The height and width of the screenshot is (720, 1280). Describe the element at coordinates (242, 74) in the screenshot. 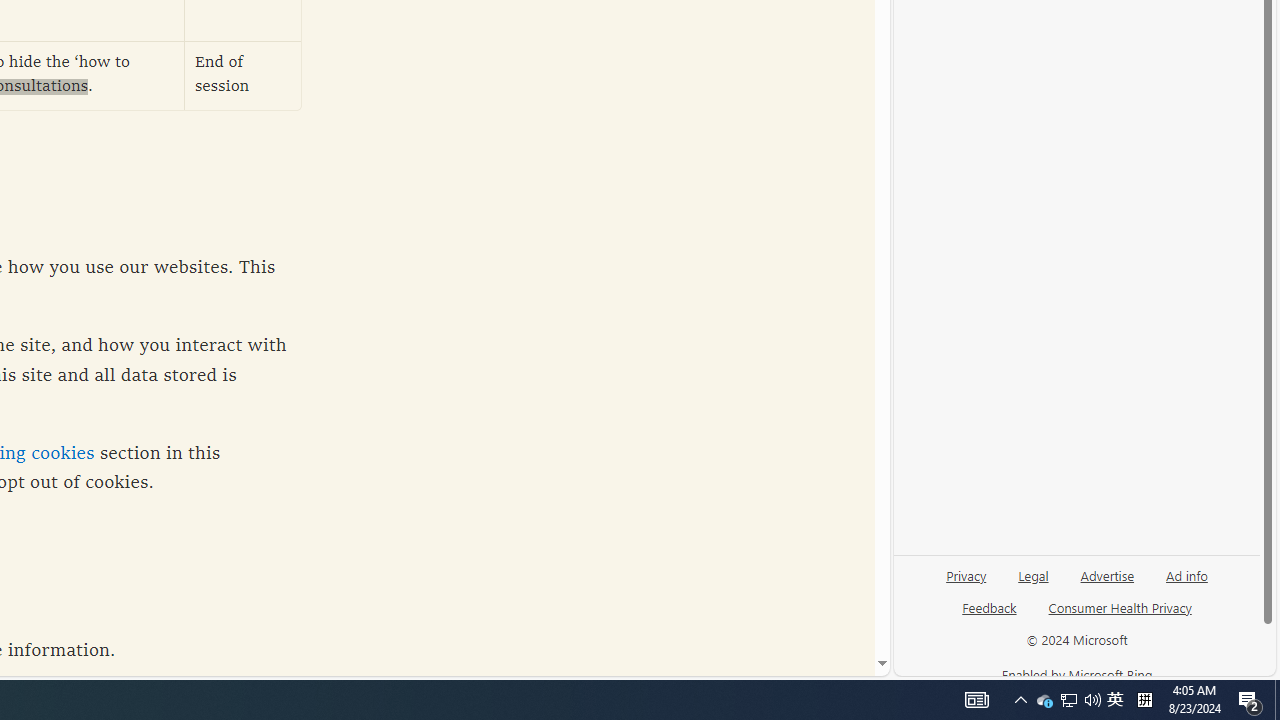

I see `'End of session'` at that location.